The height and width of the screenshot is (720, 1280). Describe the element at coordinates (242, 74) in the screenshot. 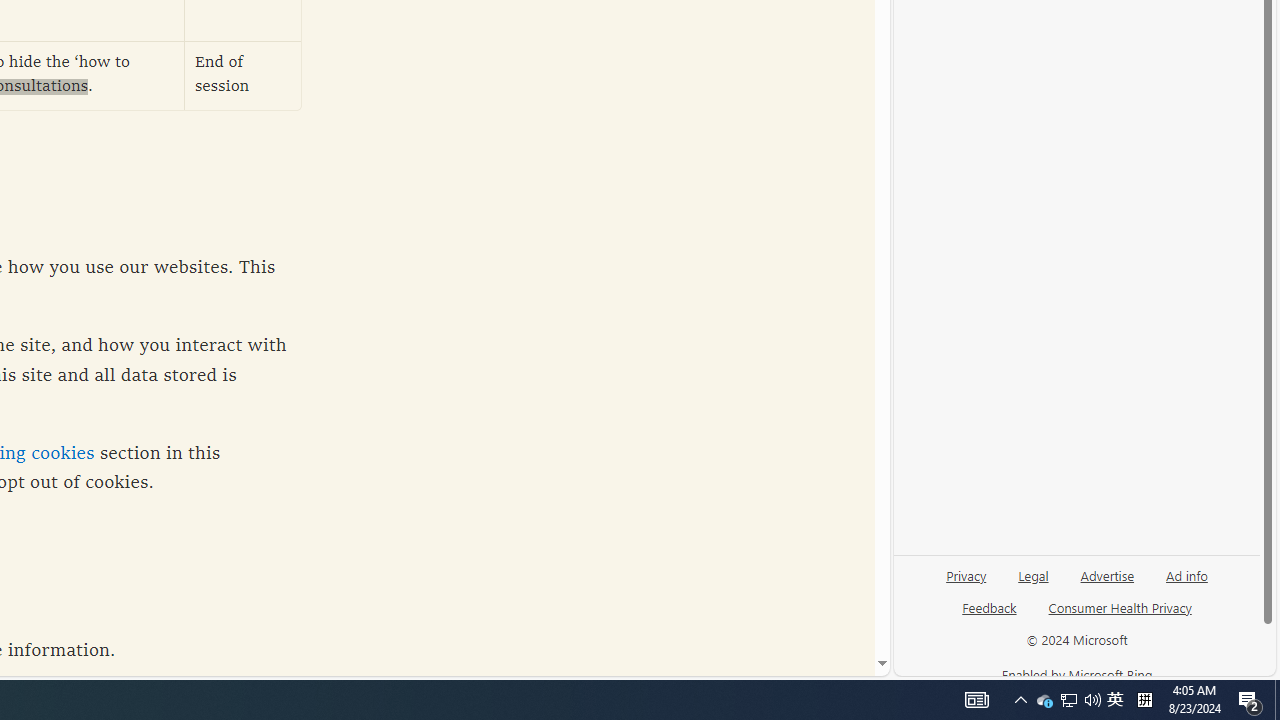

I see `'End of session'` at that location.